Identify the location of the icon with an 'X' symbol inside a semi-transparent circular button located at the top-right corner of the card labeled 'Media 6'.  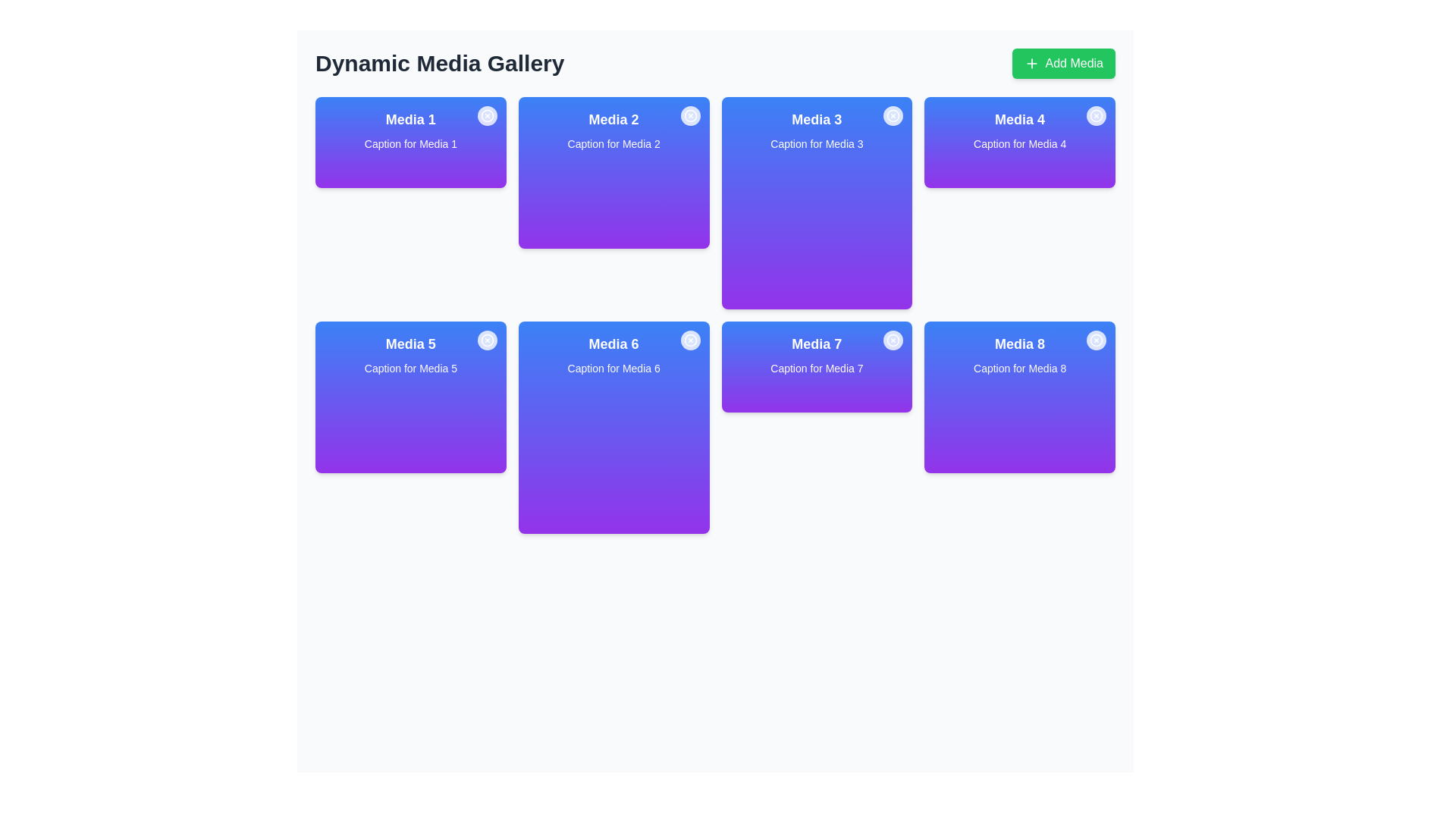
(689, 339).